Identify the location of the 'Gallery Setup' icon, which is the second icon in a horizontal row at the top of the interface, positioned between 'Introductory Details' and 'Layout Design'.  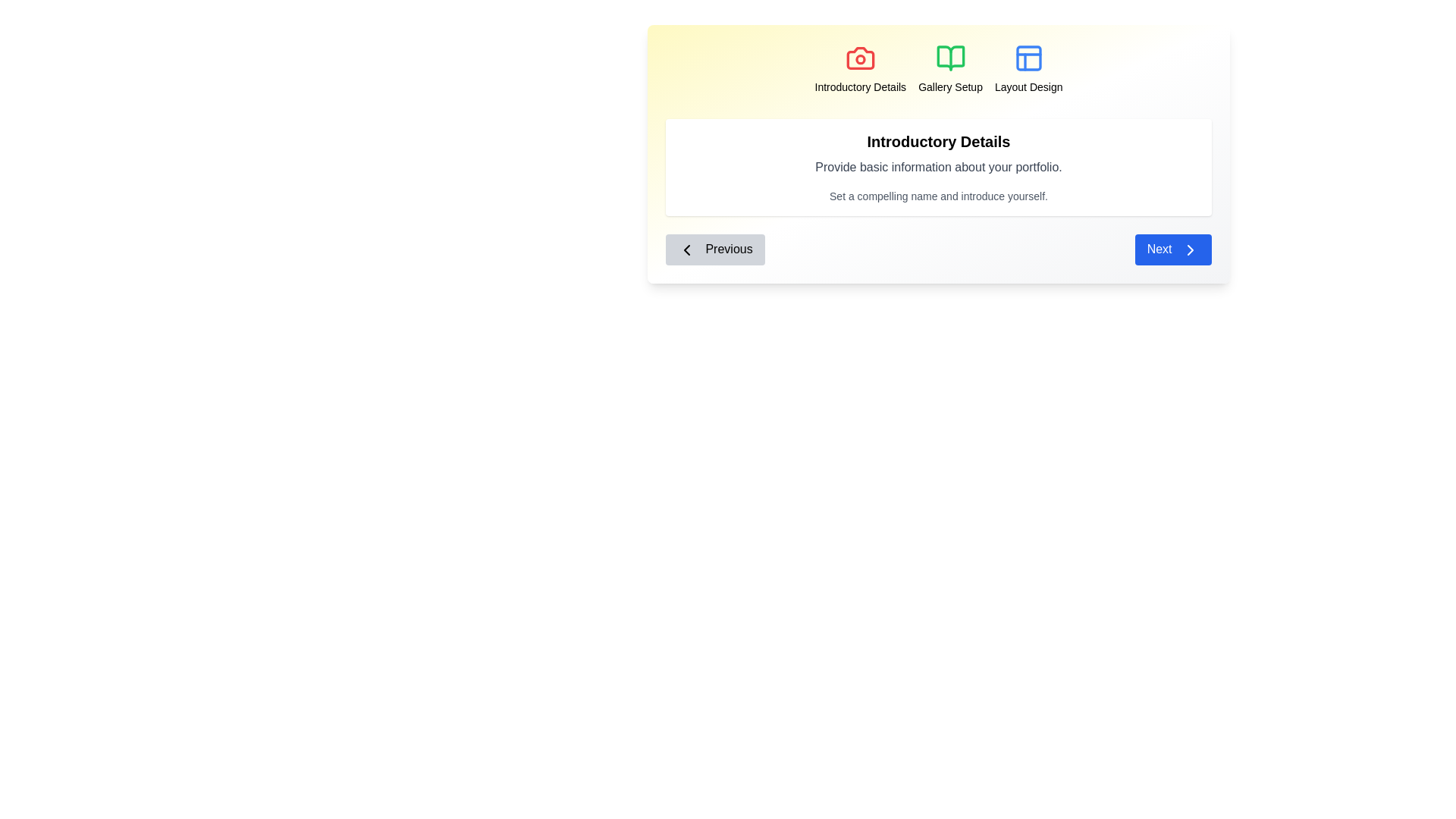
(949, 58).